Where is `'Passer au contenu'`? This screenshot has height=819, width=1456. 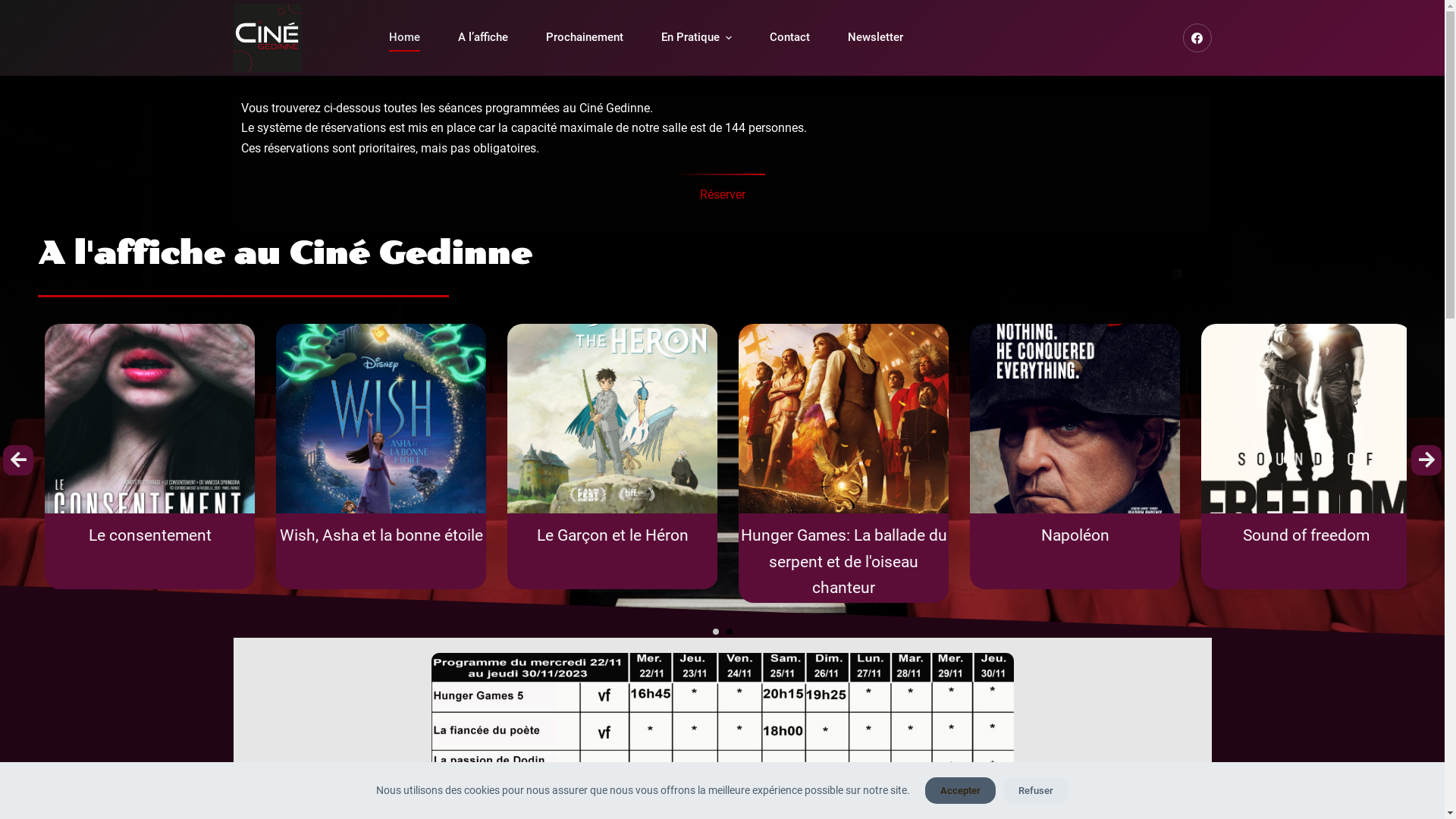
'Passer au contenu' is located at coordinates (14, 8).